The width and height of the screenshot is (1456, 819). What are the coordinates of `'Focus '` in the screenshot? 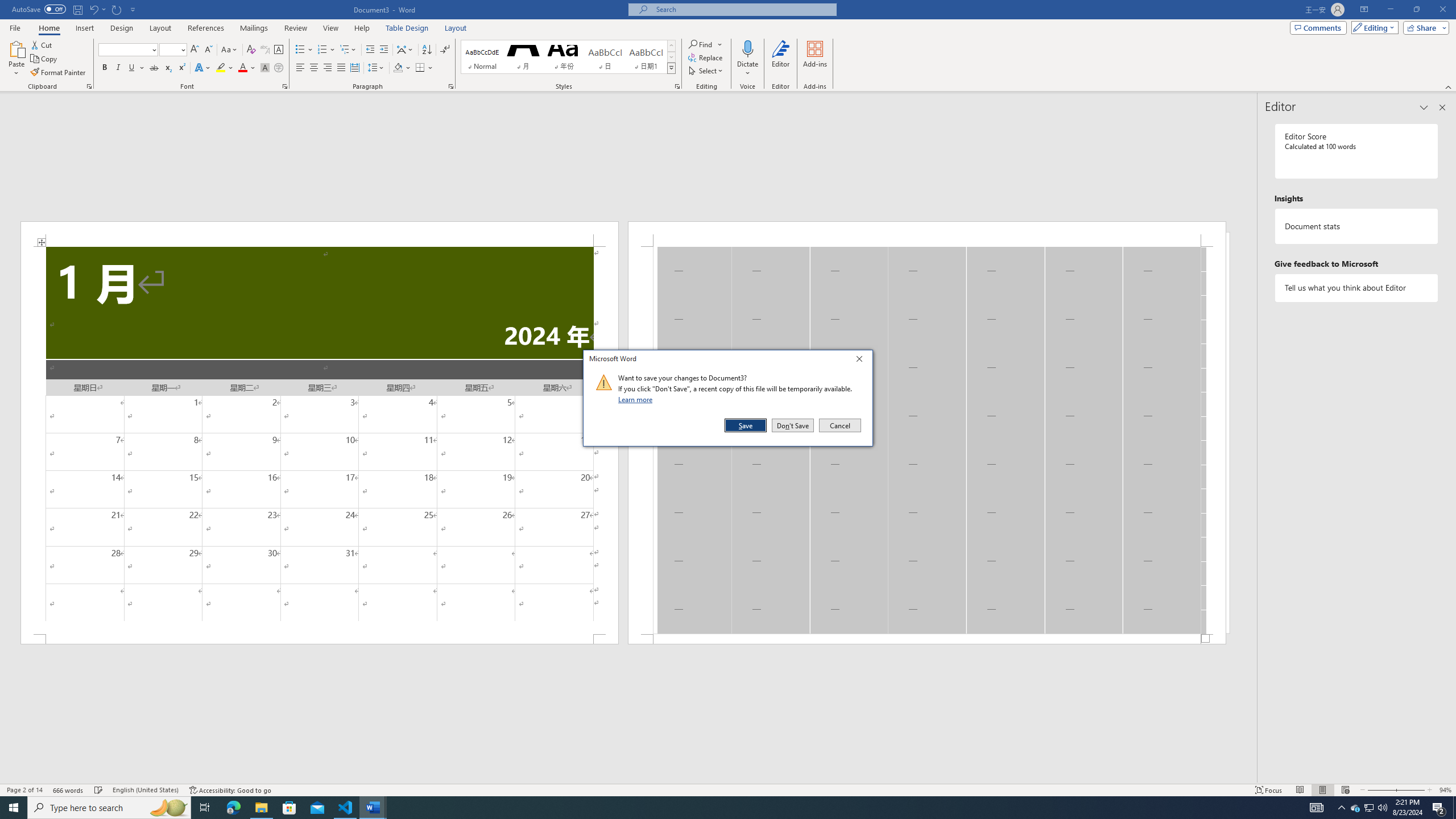 It's located at (1268, 790).